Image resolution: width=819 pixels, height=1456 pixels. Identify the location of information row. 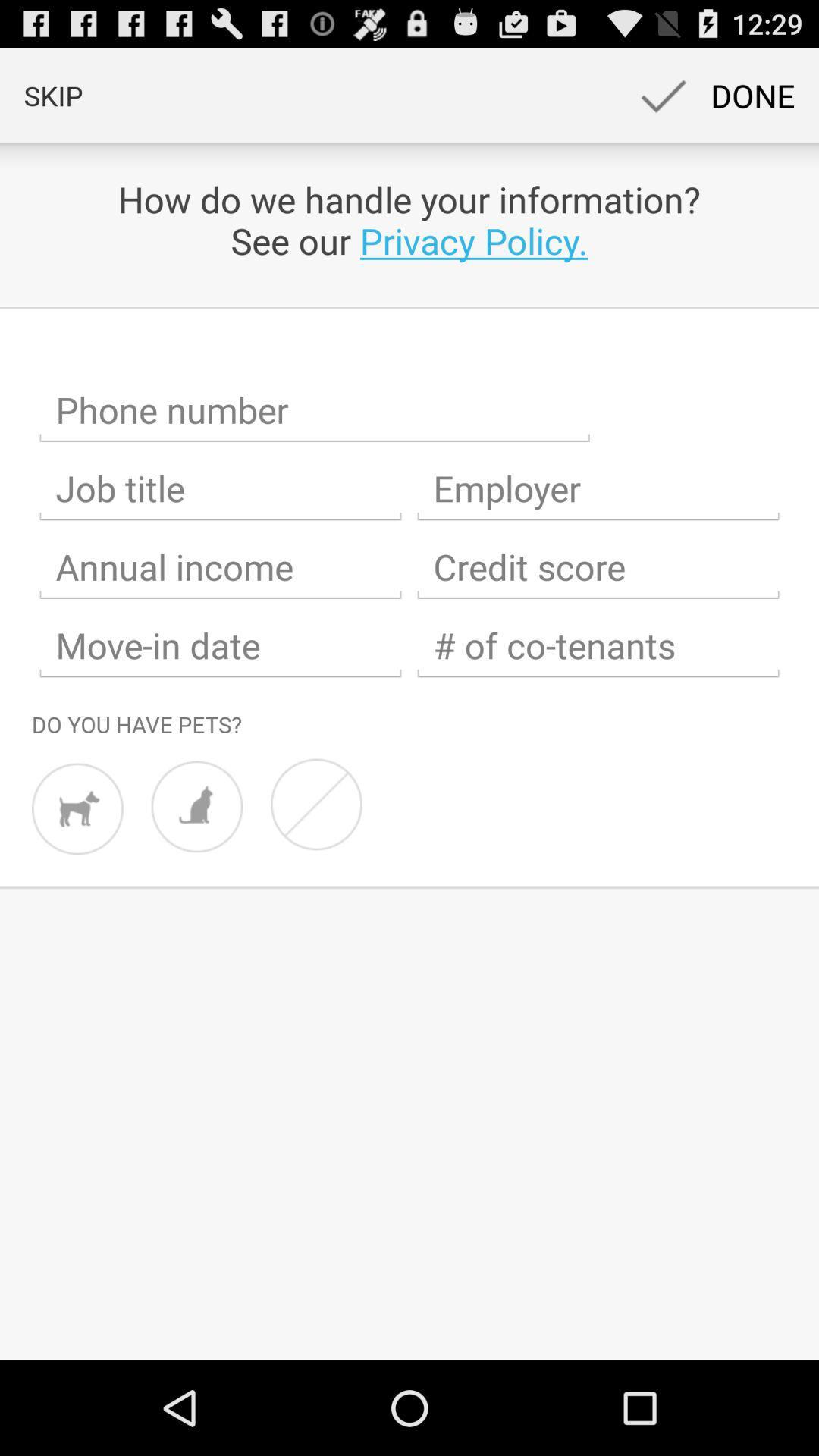
(314, 410).